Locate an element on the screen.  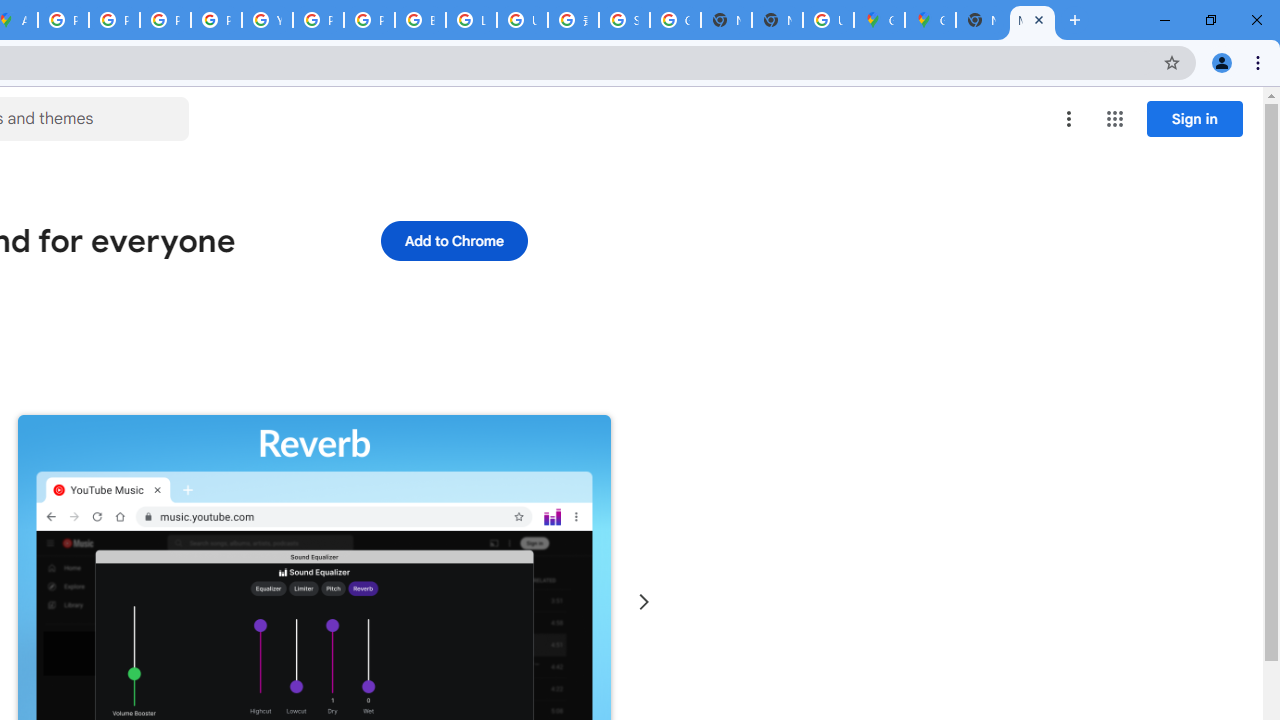
'Privacy Help Center - Policies Help' is located at coordinates (165, 20).